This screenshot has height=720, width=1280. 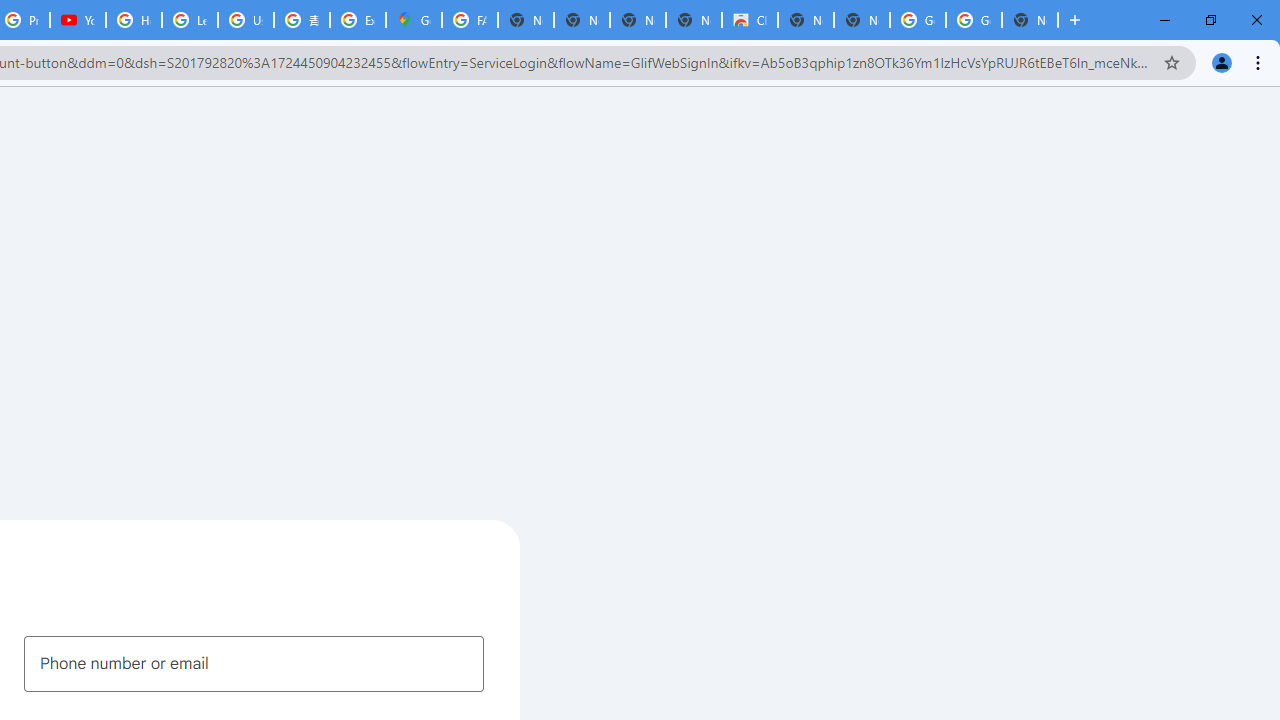 I want to click on 'Phone number or email', so click(x=253, y=663).